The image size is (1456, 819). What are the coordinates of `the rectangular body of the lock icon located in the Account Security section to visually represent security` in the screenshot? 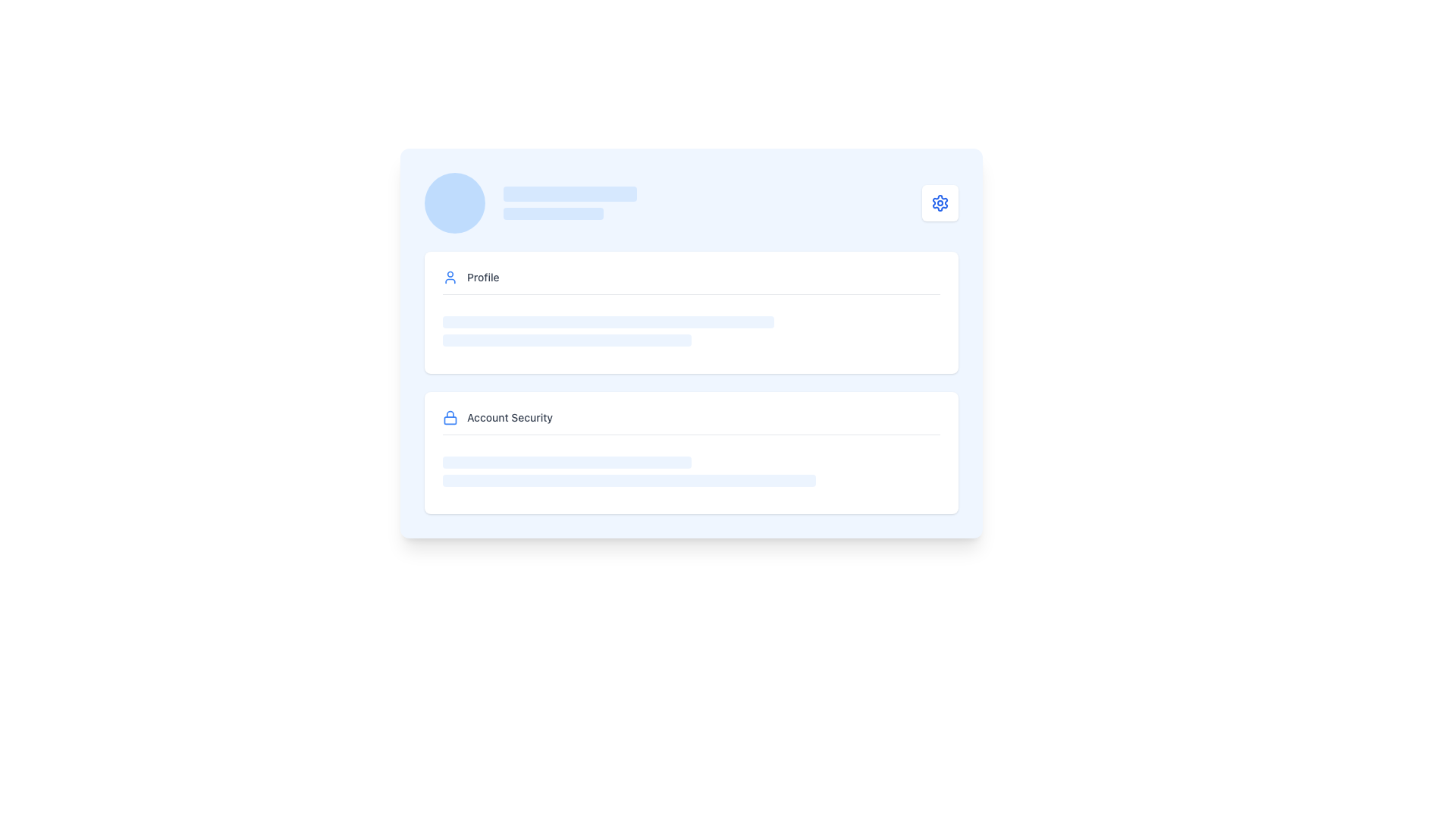 It's located at (450, 420).